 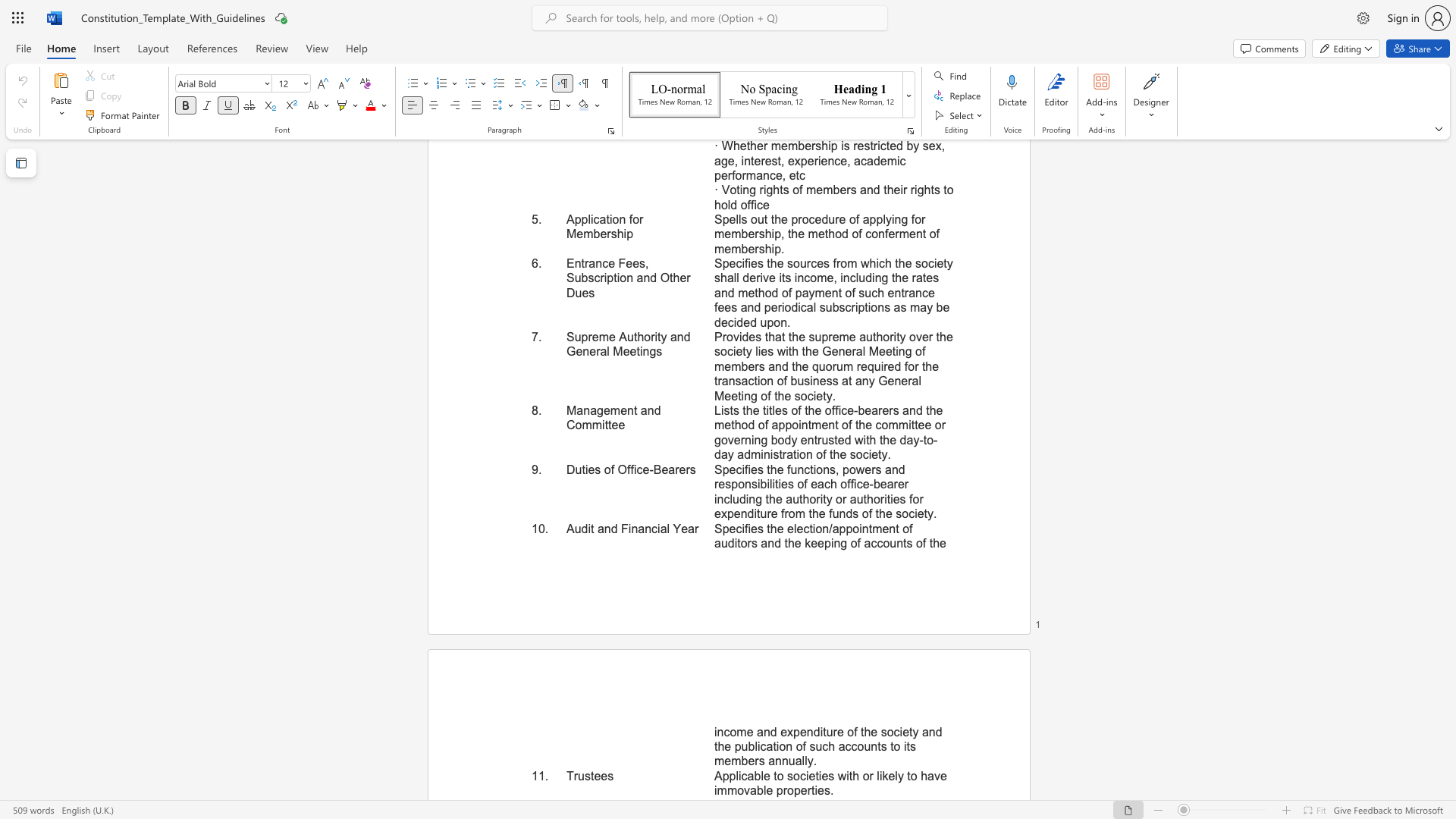 What do you see at coordinates (927, 513) in the screenshot?
I see `the subset text "y." within the text "Specifies the functions, powers and responsibilities of each office-bearer including the authority or authorities for expenditure from the funds of the society."` at bounding box center [927, 513].